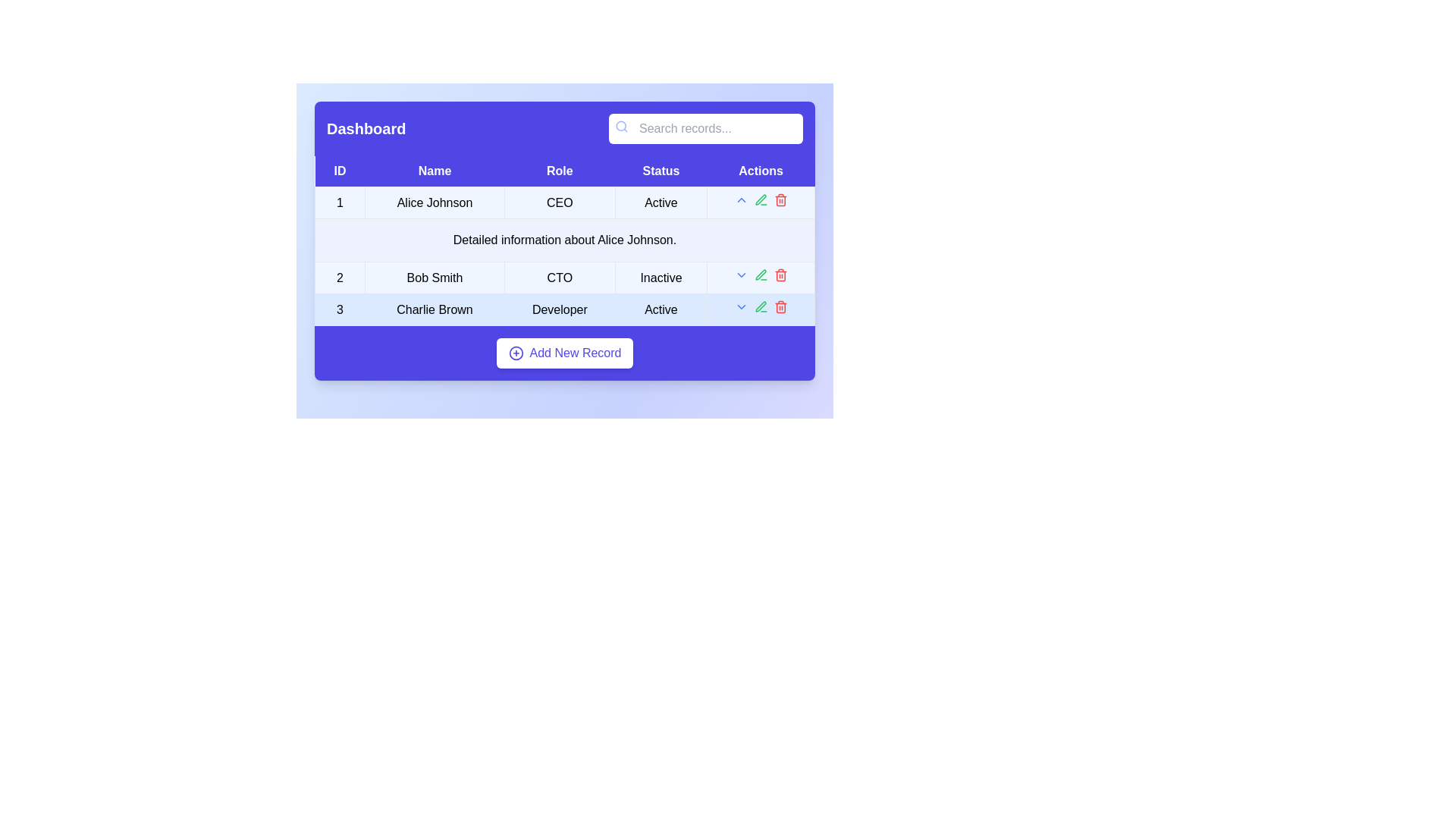  Describe the element at coordinates (563, 278) in the screenshot. I see `the table row displaying information about Bob Smith` at that location.